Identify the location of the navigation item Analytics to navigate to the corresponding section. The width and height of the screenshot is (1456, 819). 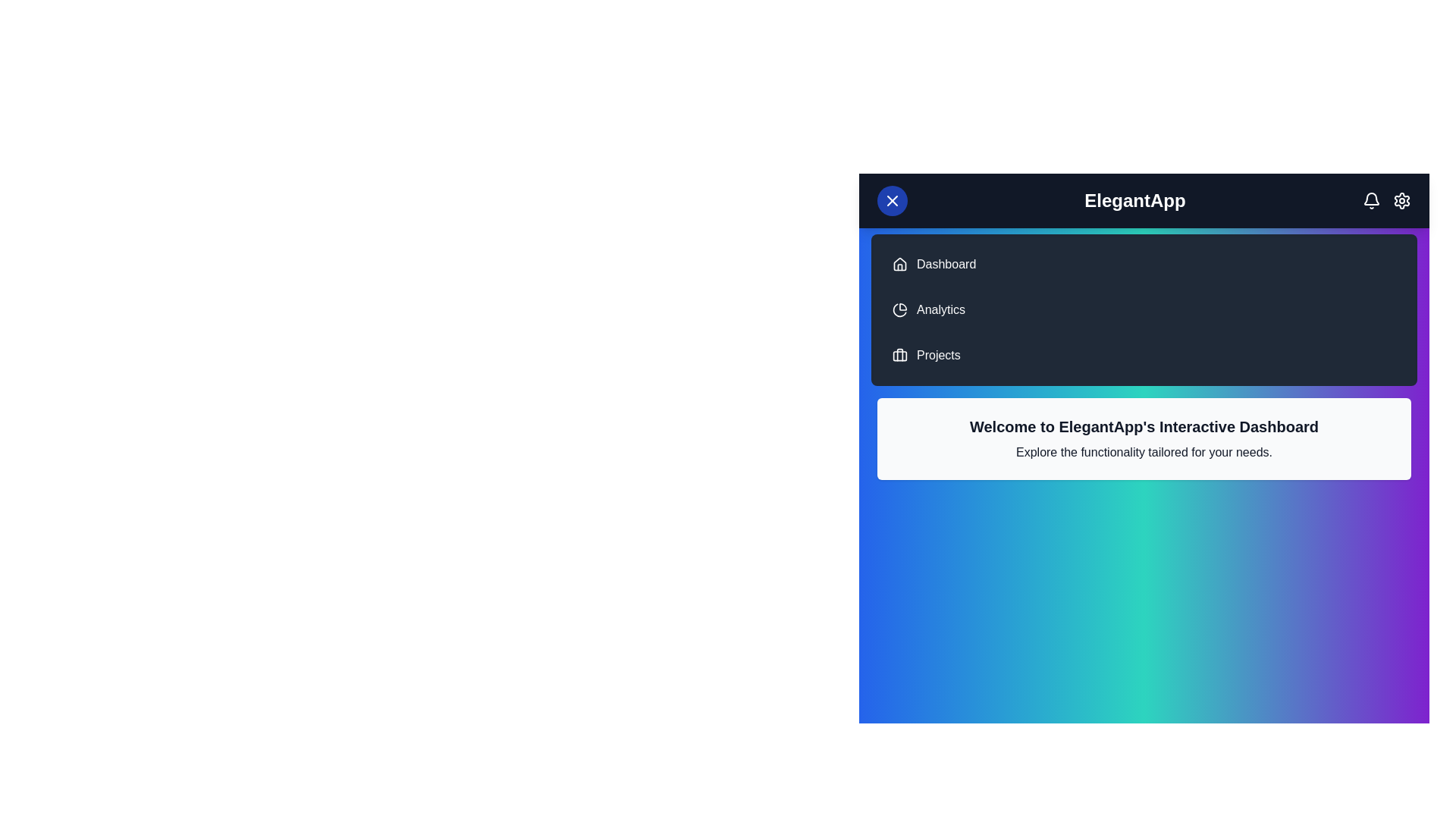
(940, 309).